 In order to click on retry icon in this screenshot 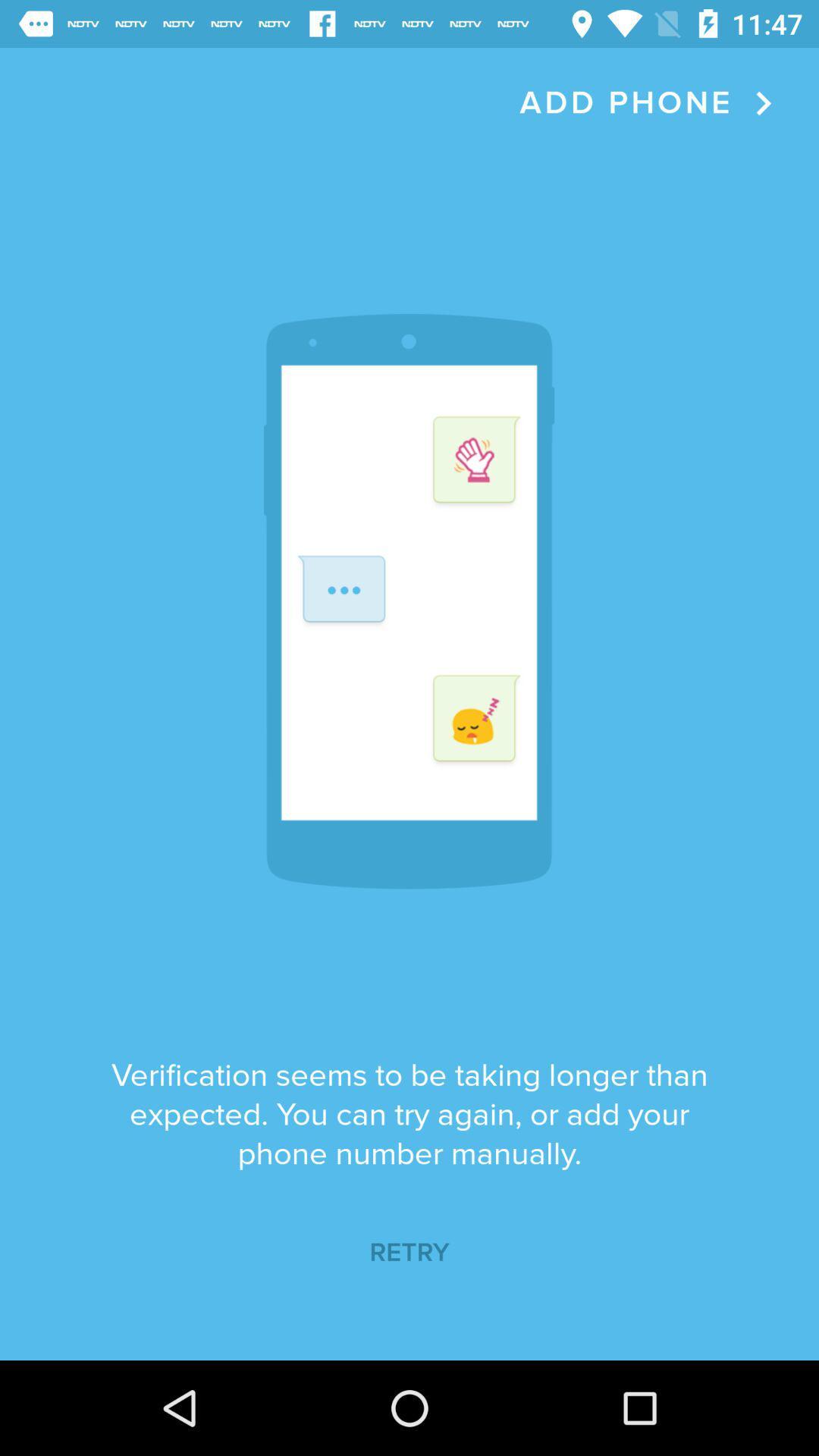, I will do `click(409, 1253)`.